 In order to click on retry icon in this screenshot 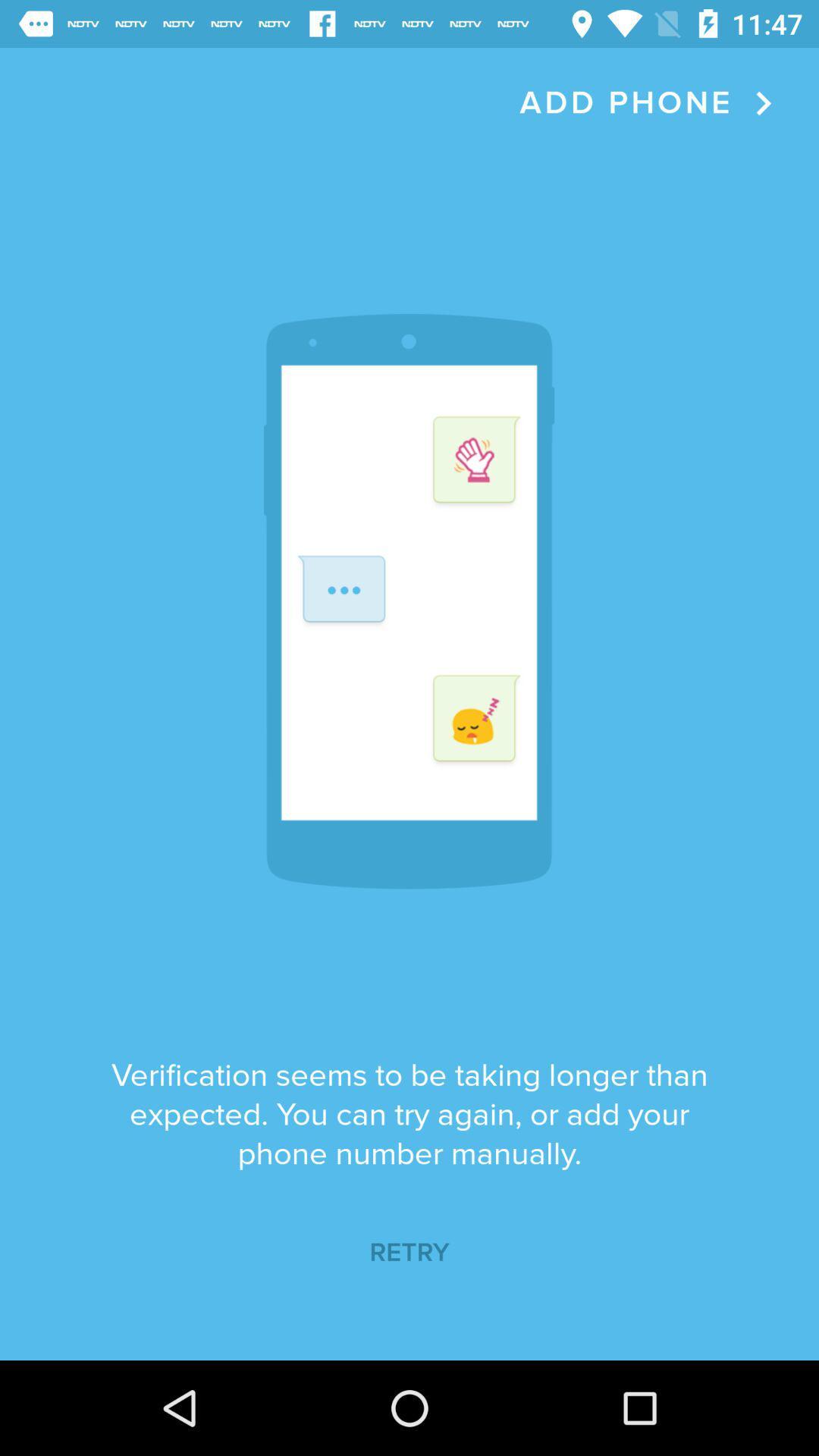, I will do `click(409, 1253)`.